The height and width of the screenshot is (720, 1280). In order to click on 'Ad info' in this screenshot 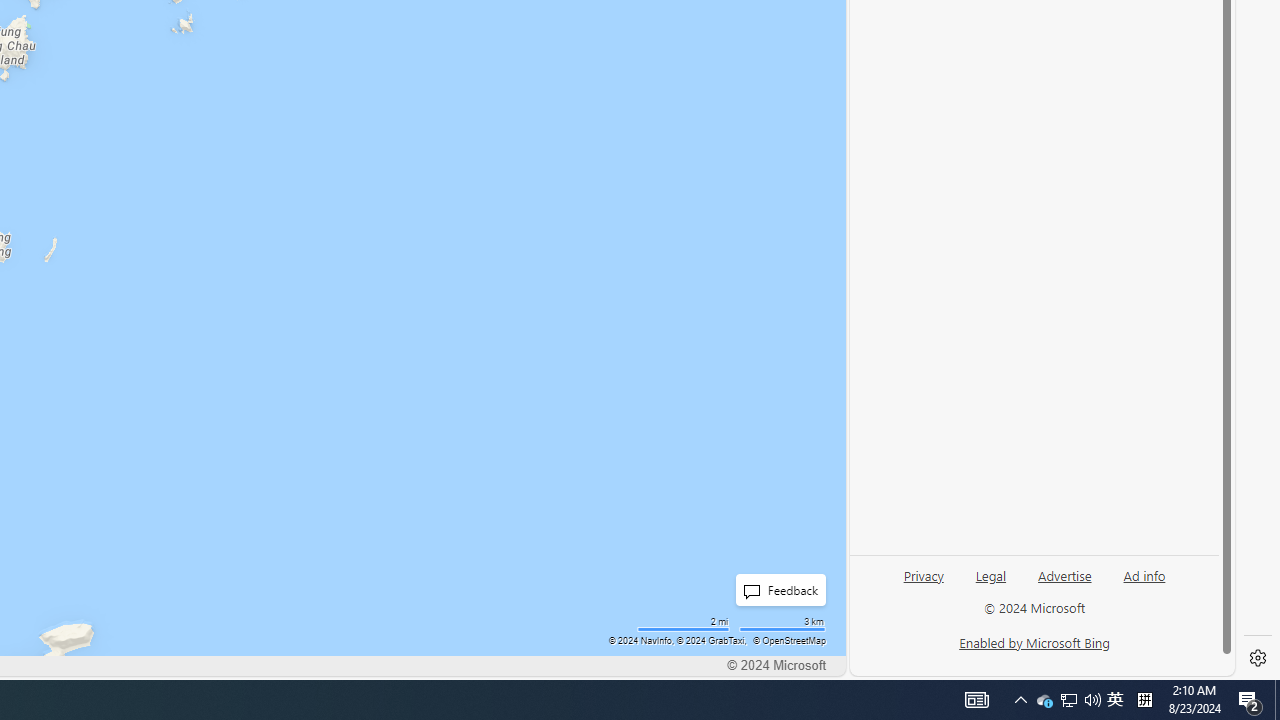, I will do `click(1144, 583)`.